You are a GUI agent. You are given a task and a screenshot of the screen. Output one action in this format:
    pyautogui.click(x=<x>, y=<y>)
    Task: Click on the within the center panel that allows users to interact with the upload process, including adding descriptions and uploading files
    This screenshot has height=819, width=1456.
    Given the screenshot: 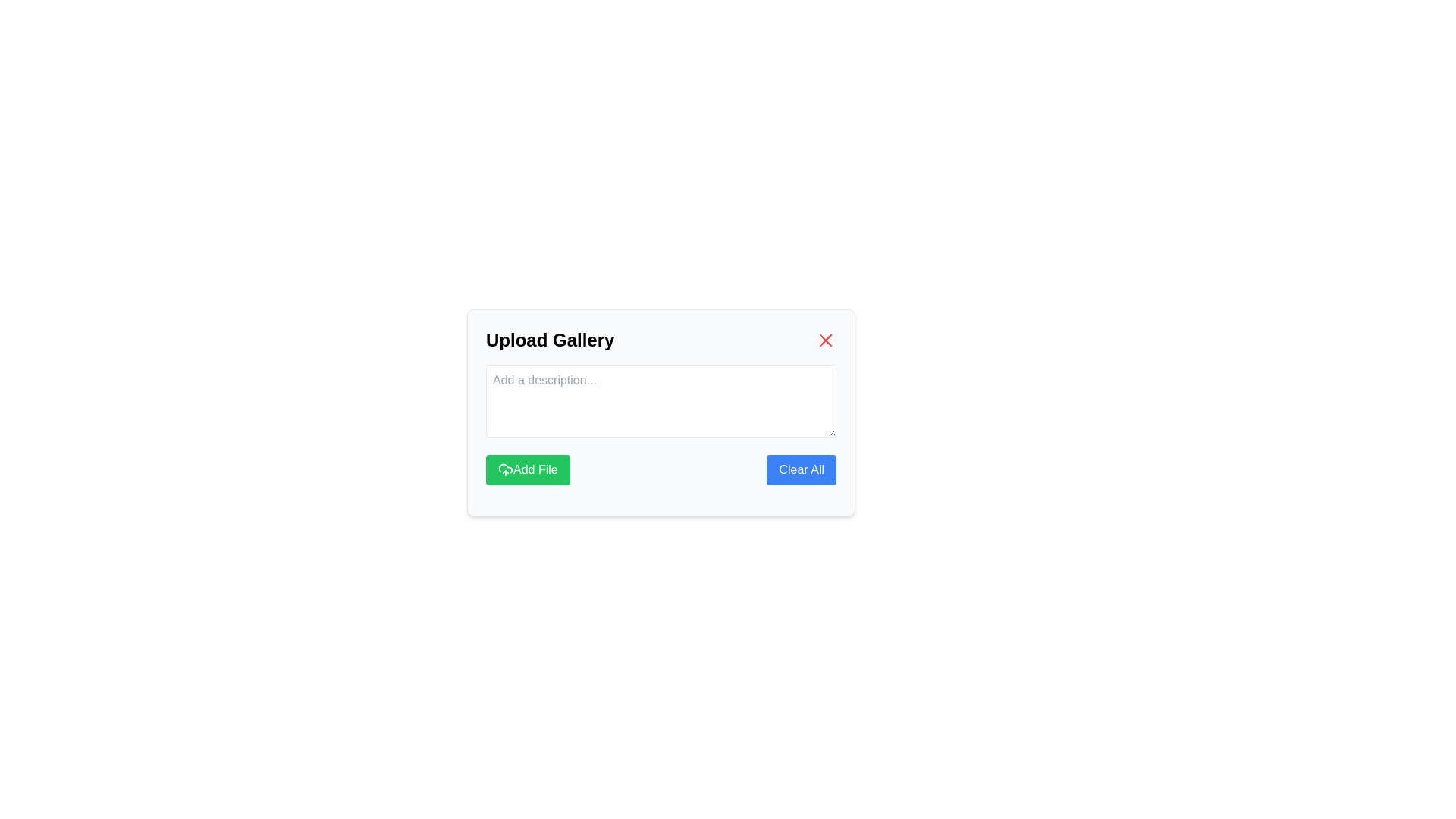 What is the action you would take?
    pyautogui.click(x=661, y=412)
    